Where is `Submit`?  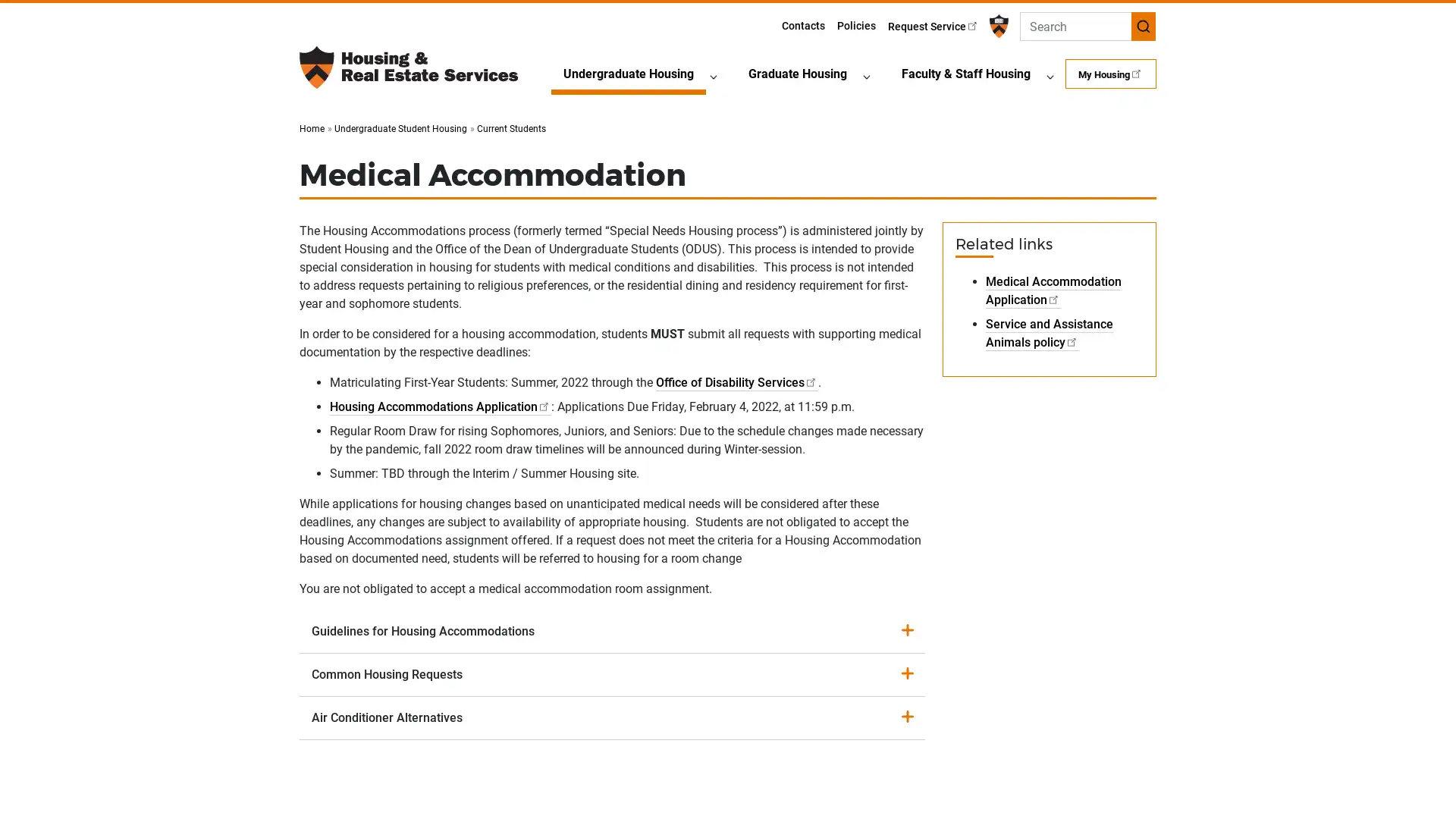 Submit is located at coordinates (1143, 26).